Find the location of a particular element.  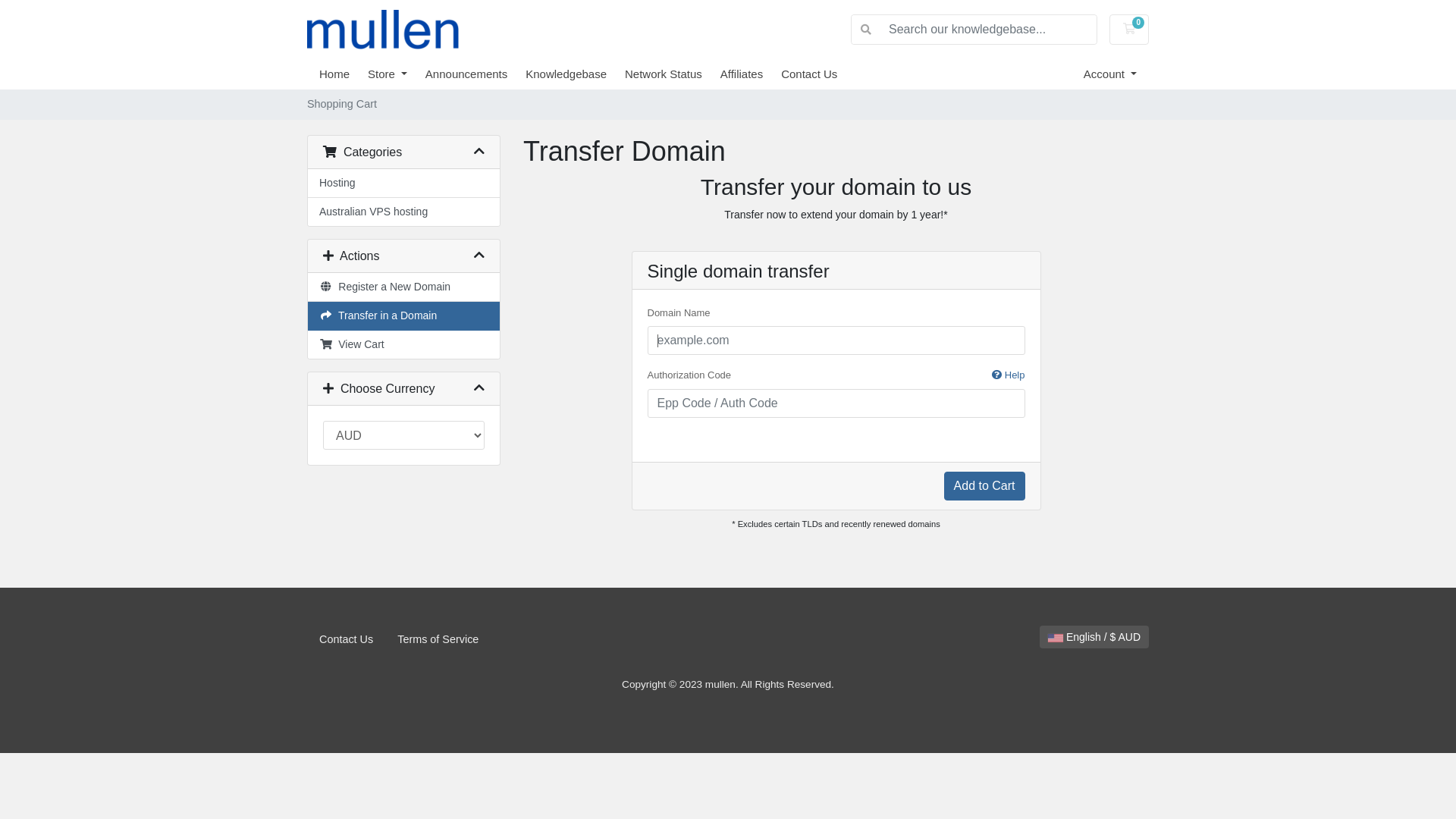

'Home' is located at coordinates (318, 74).